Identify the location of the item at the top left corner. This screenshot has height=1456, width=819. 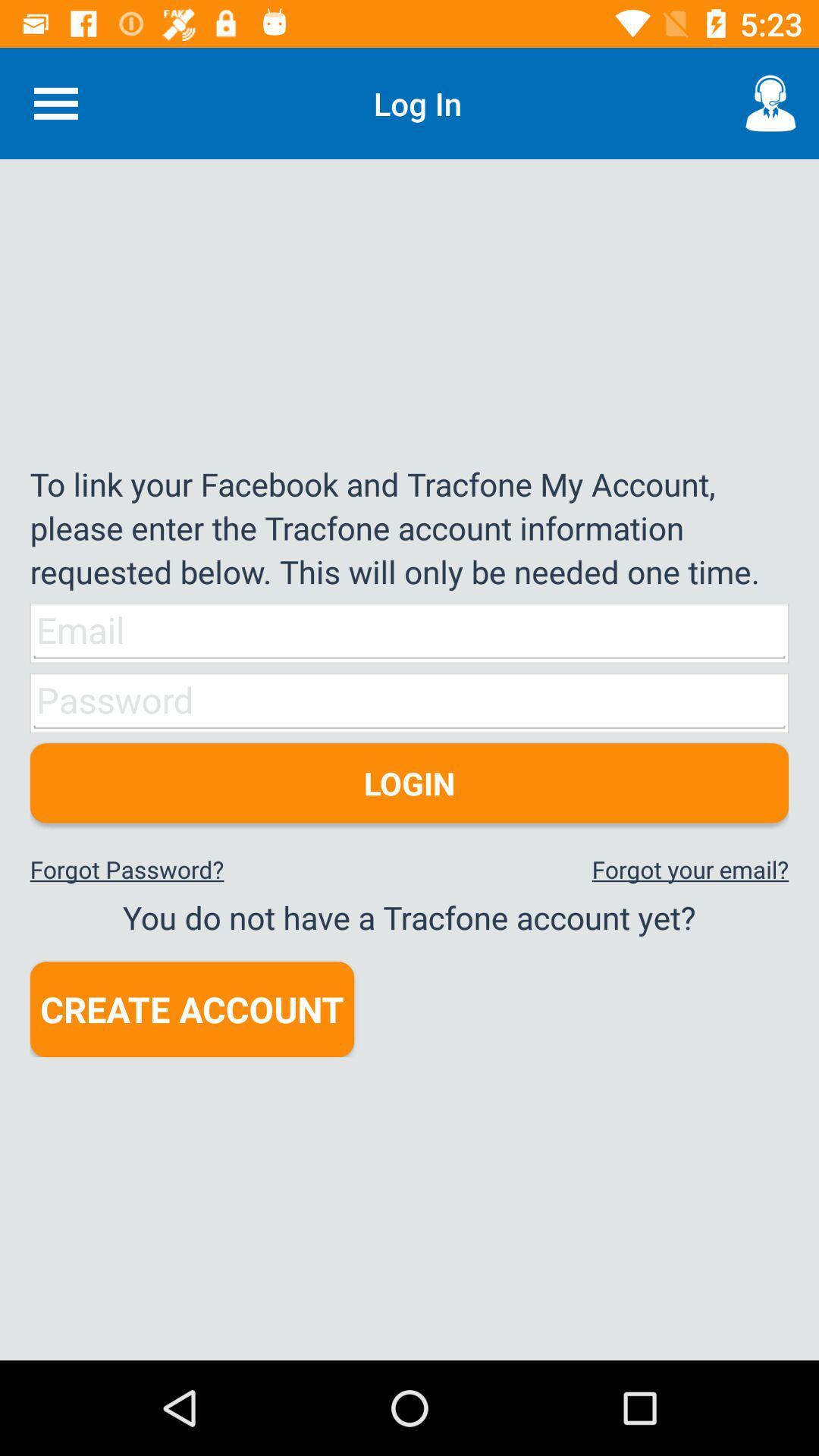
(55, 102).